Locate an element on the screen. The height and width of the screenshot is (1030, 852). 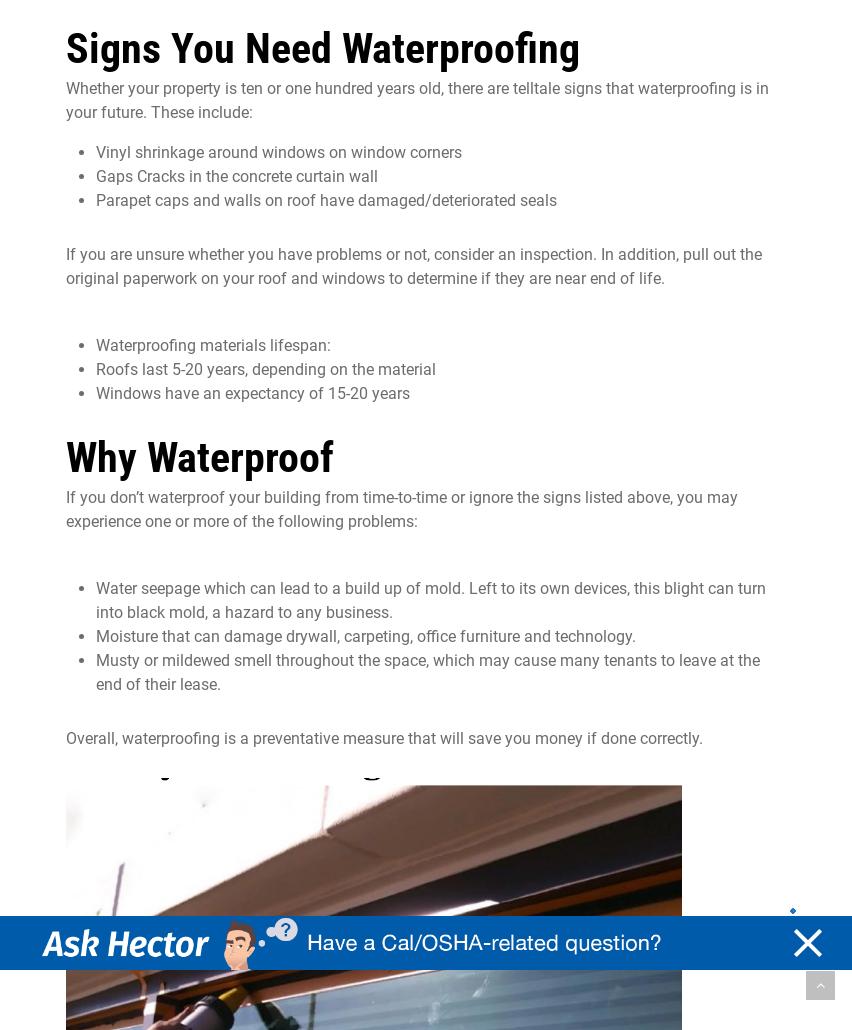
'concrete' is located at coordinates (264, 176).